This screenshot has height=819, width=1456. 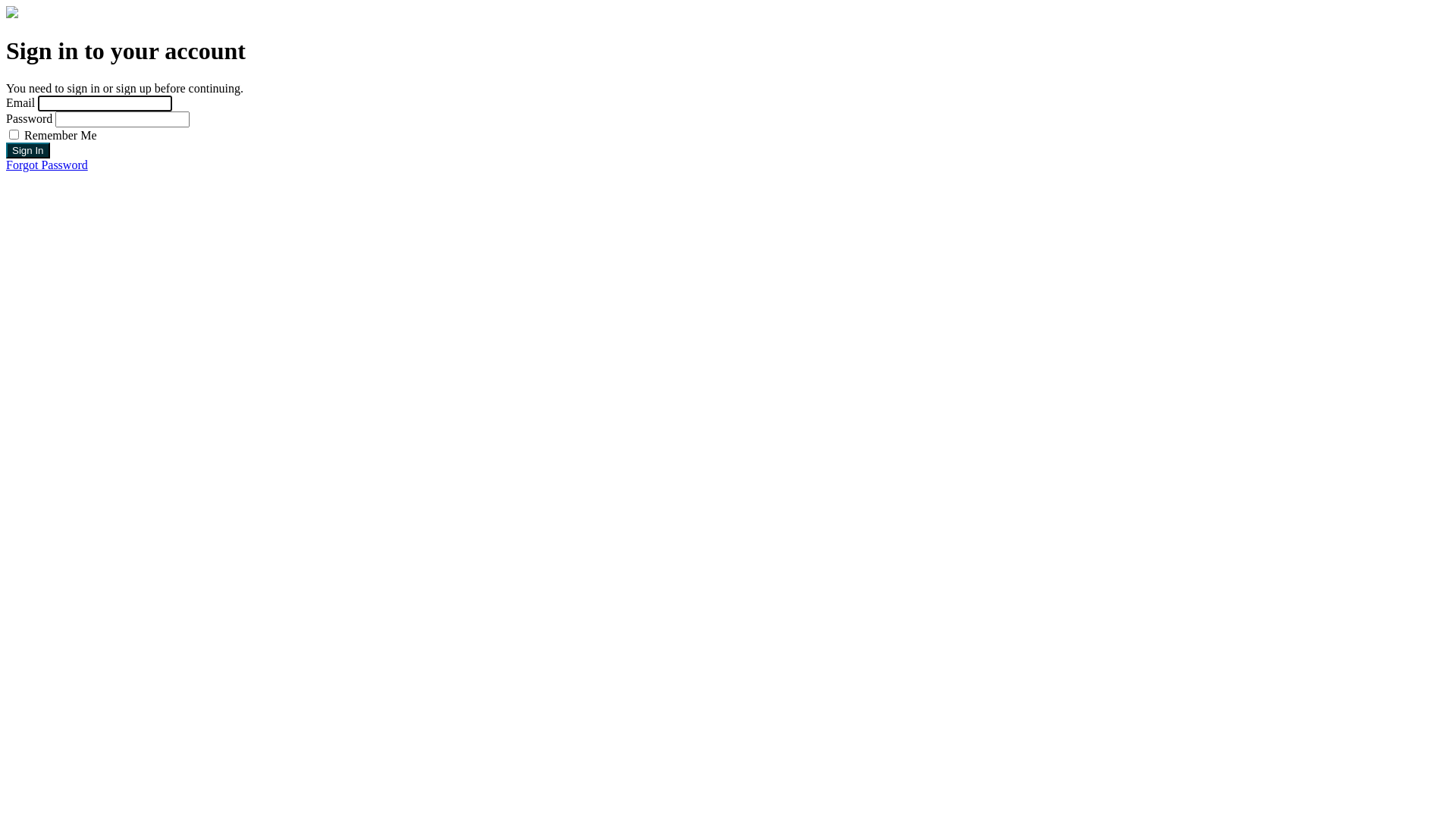 What do you see at coordinates (47, 165) in the screenshot?
I see `'Forgot Password'` at bounding box center [47, 165].